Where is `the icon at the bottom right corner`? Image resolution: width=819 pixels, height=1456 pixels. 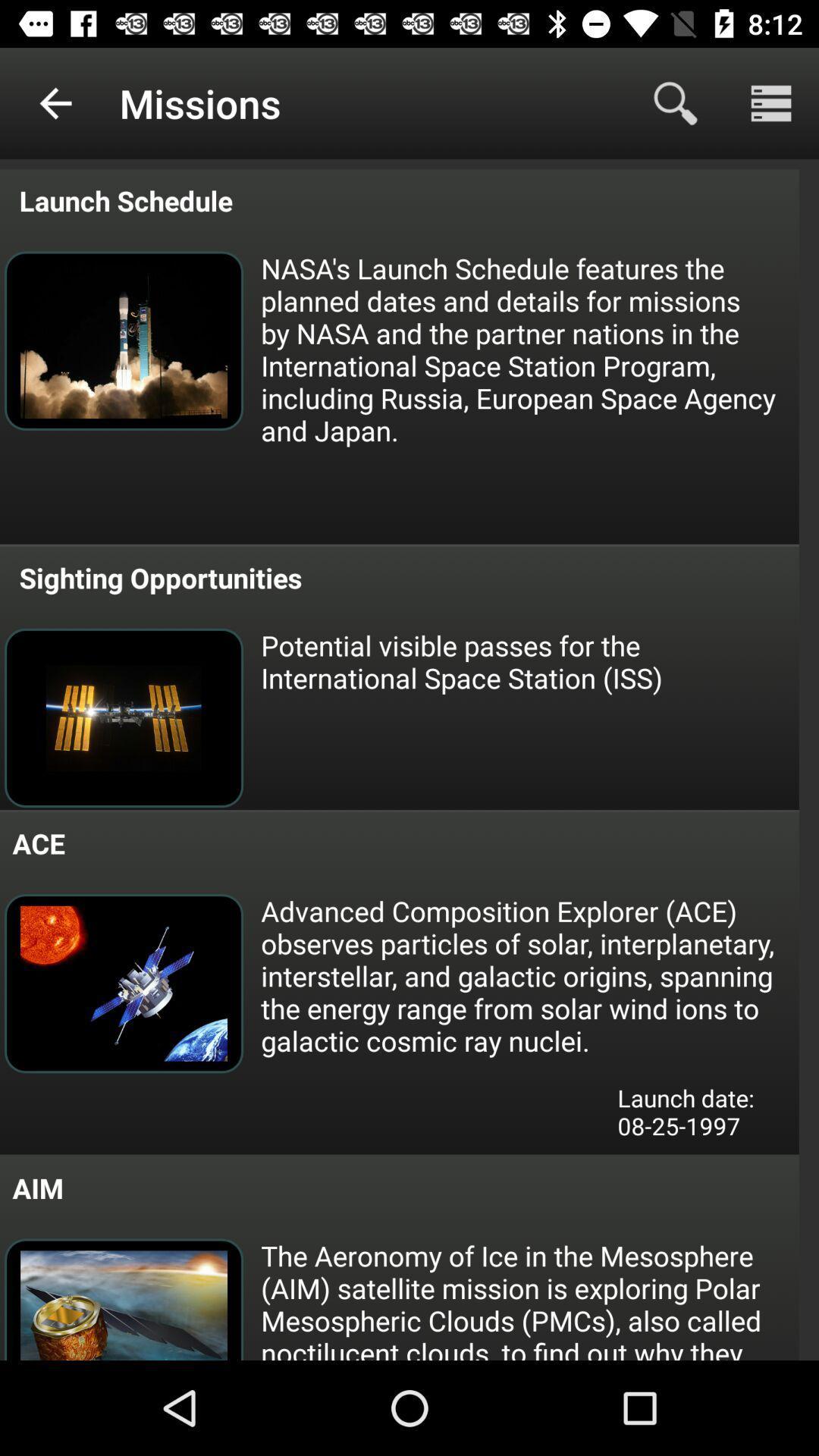
the icon at the bottom right corner is located at coordinates (697, 1117).